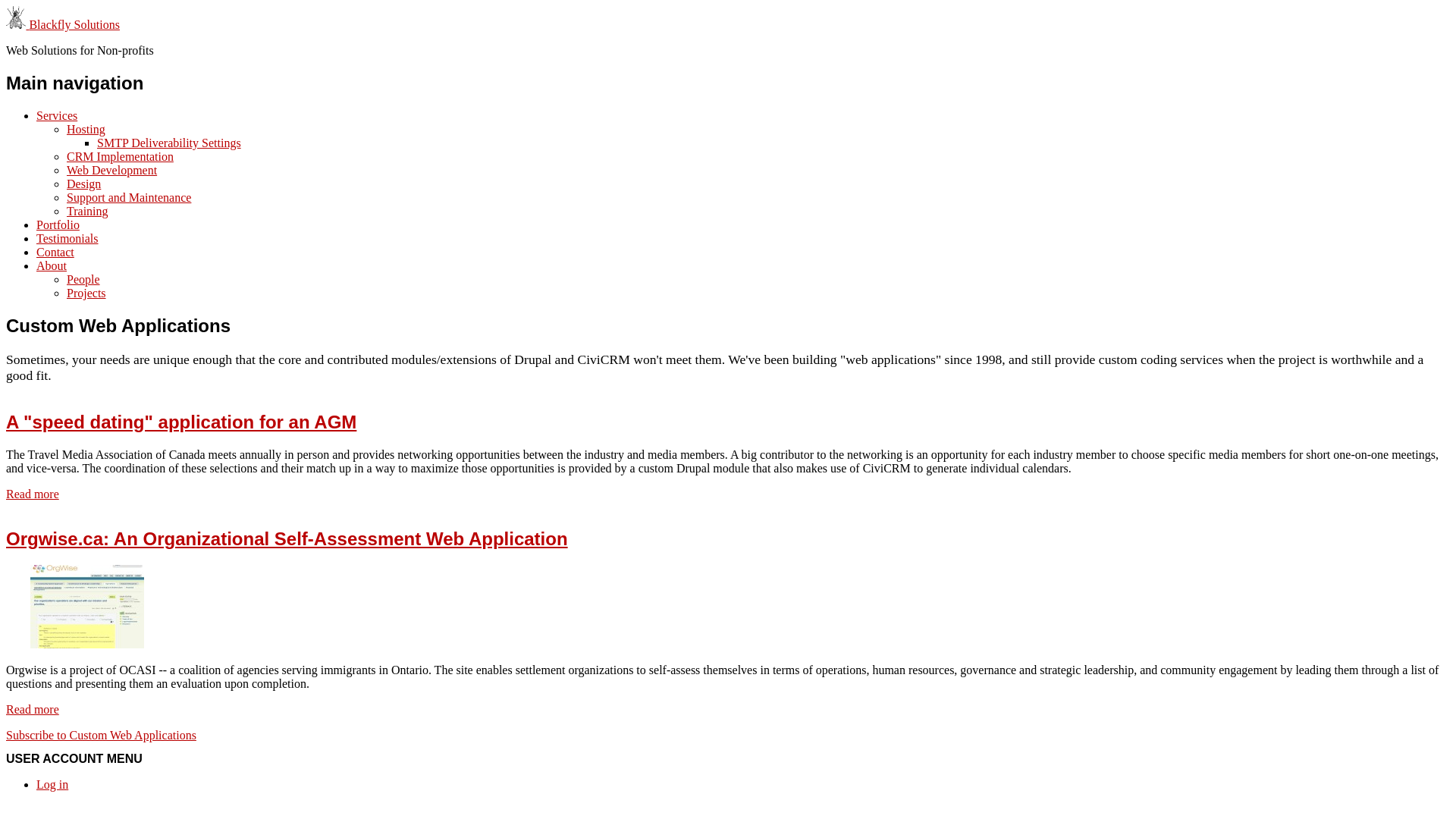 This screenshot has width=1456, height=819. I want to click on 'Support and Maintenance', so click(65, 196).